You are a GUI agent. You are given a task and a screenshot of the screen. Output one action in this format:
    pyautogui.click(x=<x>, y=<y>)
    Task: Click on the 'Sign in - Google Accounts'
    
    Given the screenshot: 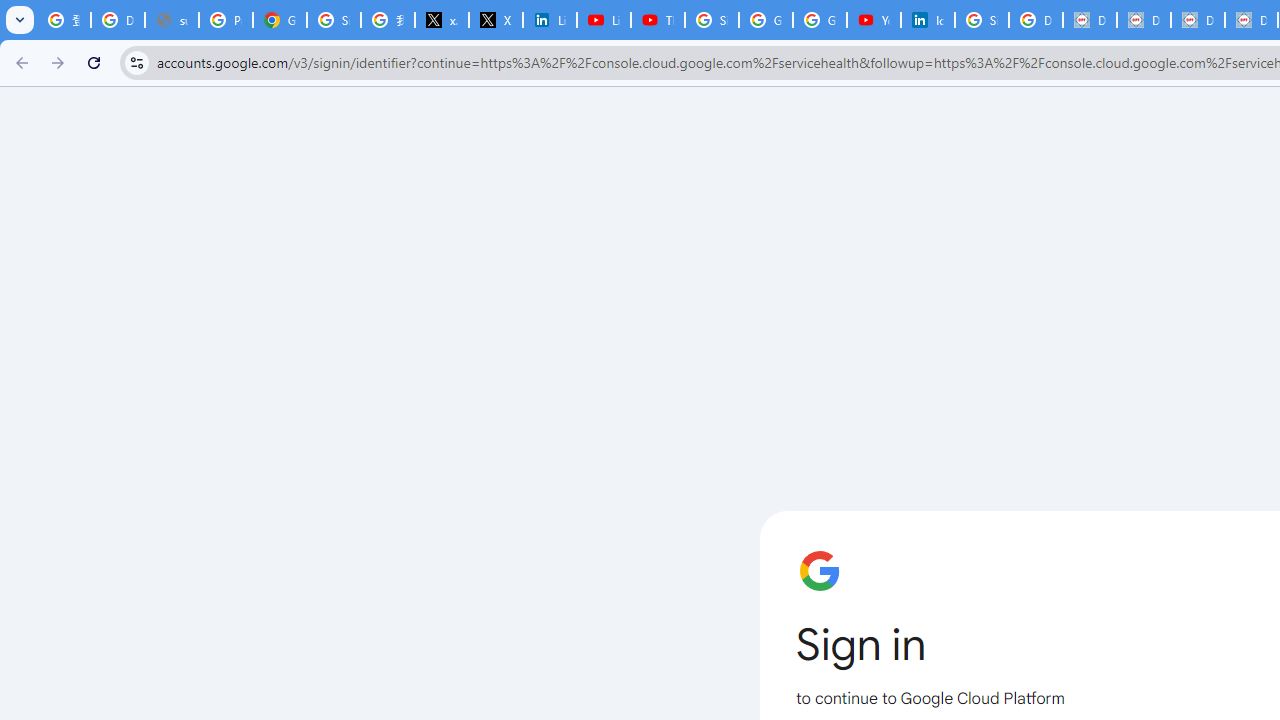 What is the action you would take?
    pyautogui.click(x=334, y=20)
    